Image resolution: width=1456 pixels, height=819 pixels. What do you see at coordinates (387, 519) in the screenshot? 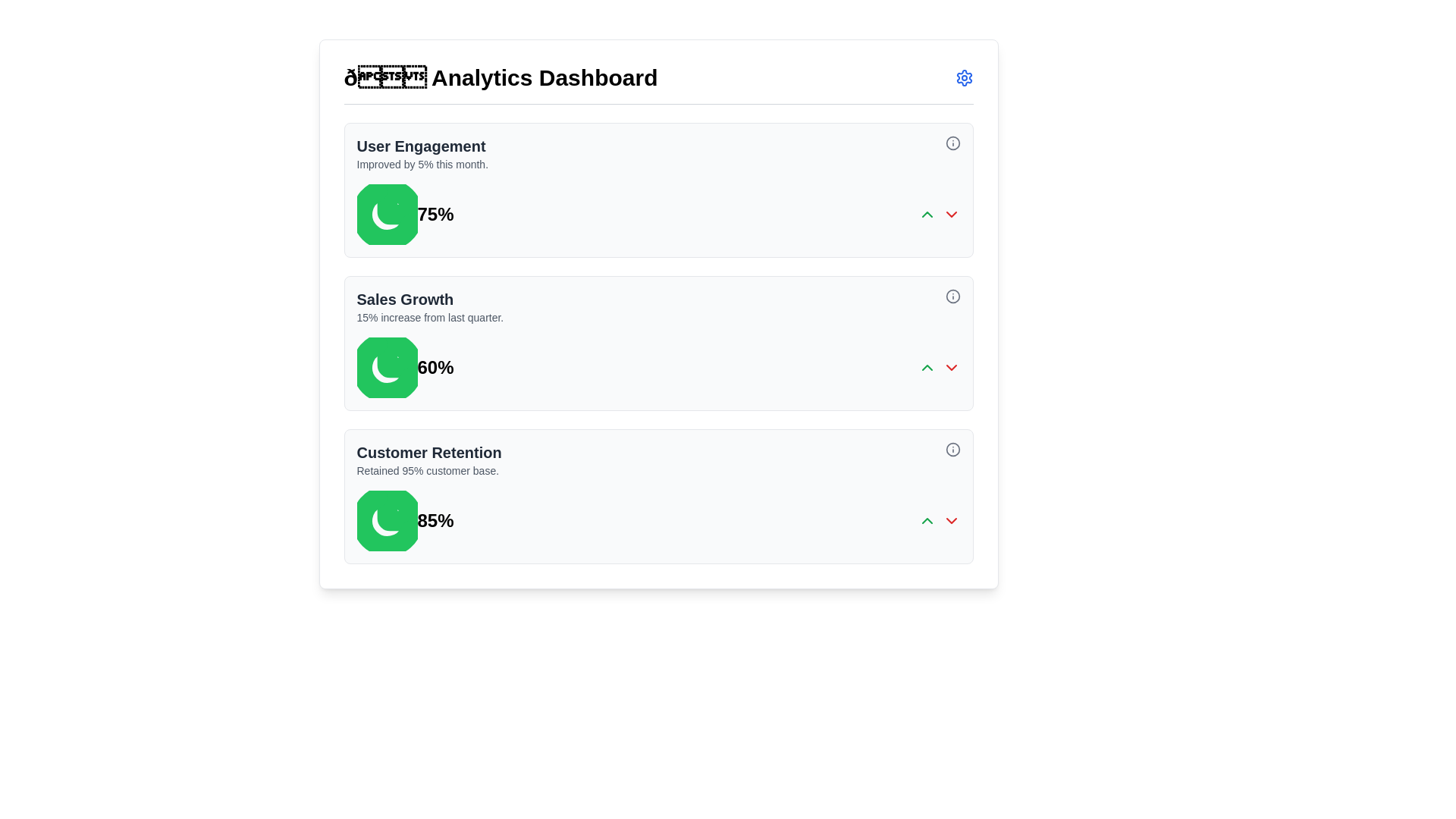
I see `the position of the icon located in the third section of the dashboard under 'Customer Retention', which is situated to the left of the text '85%'` at bounding box center [387, 519].